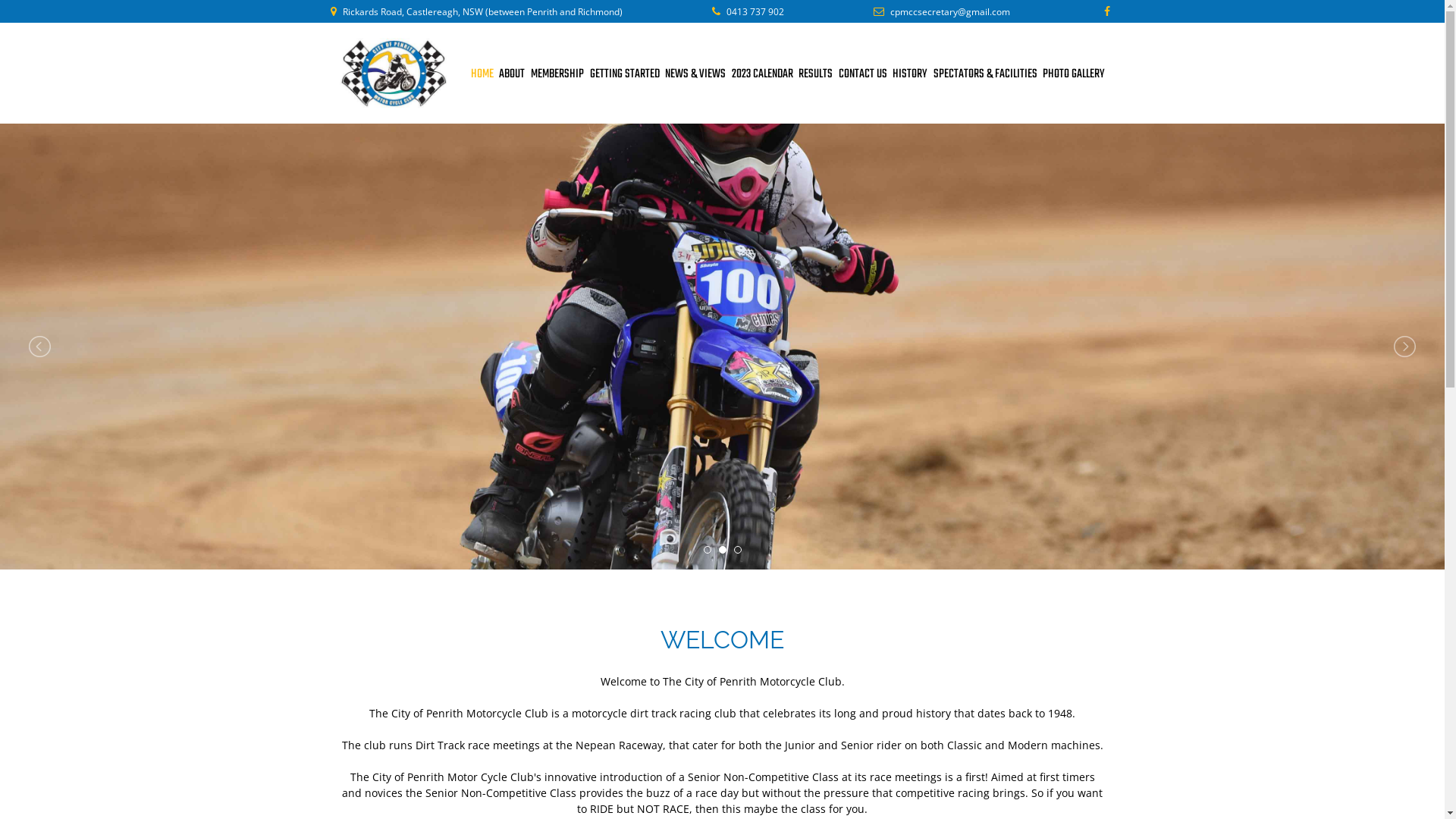  Describe the element at coordinates (722, 550) in the screenshot. I see `'2'` at that location.